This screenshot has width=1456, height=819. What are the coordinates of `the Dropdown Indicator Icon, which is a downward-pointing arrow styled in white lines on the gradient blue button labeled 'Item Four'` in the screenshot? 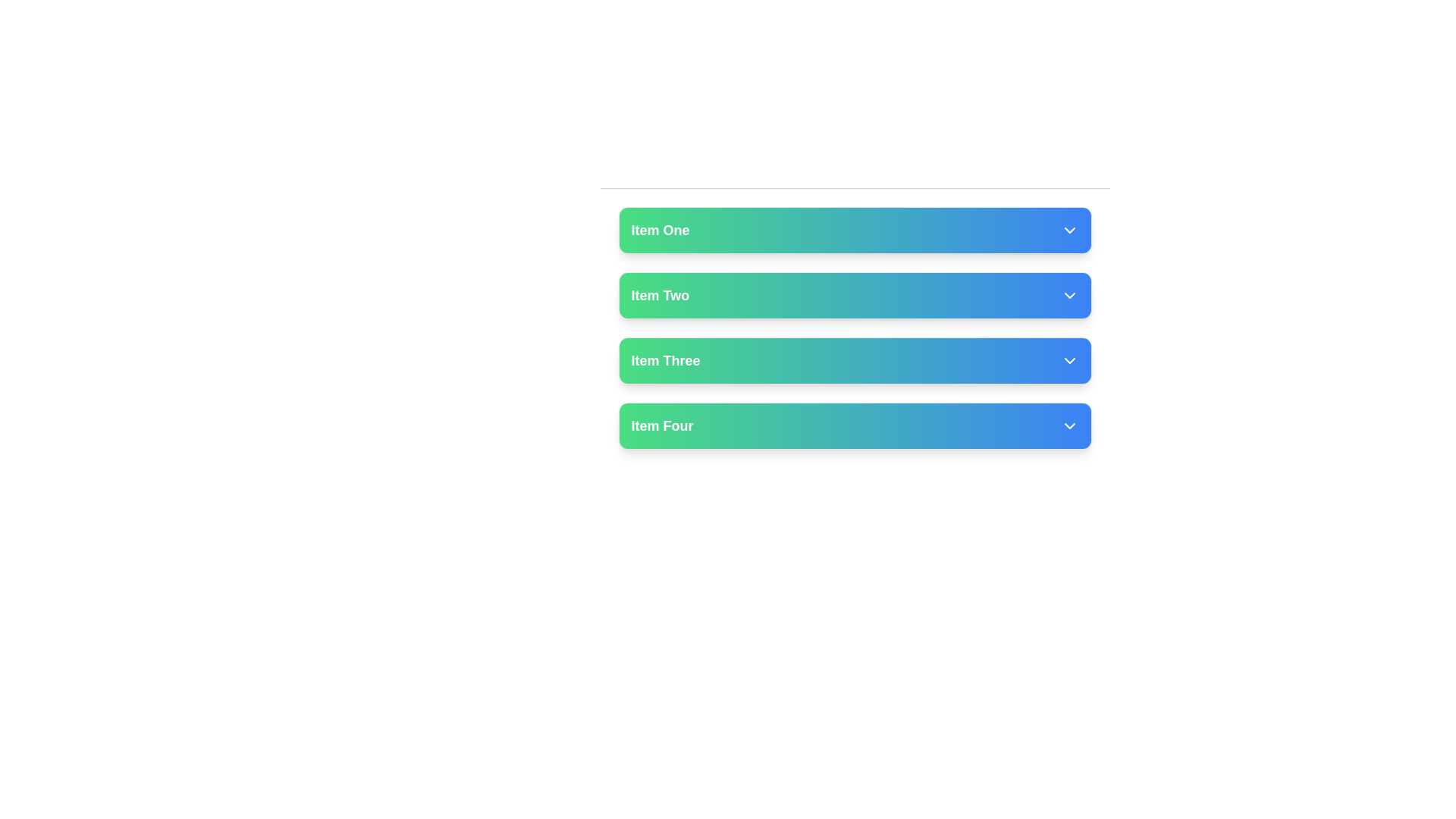 It's located at (1068, 426).